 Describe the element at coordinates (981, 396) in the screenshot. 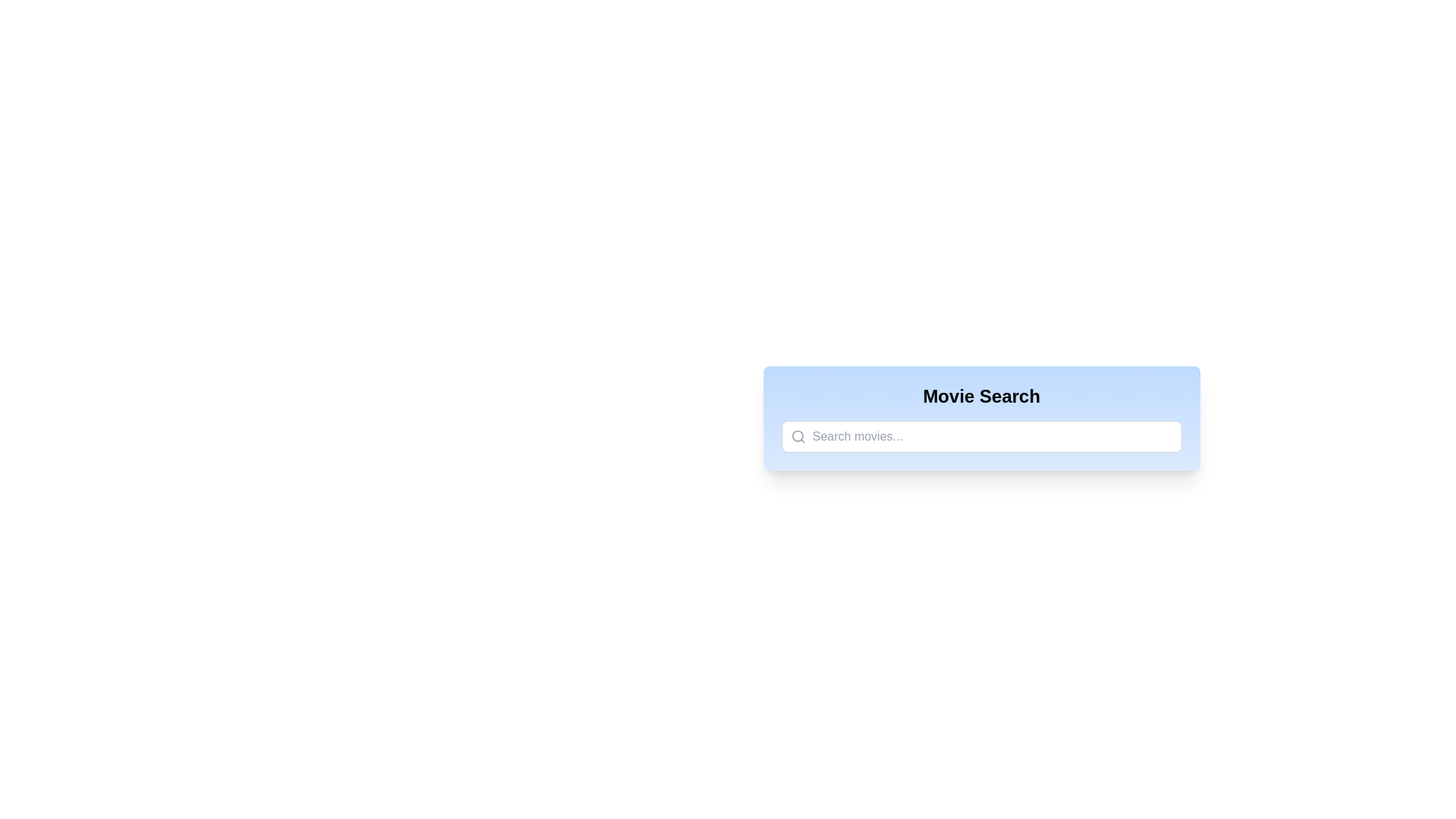

I see `the bold text label displaying 'Movie Search', which is located at the top of a light blue rounded rectangular interface box, above a search bar` at that location.